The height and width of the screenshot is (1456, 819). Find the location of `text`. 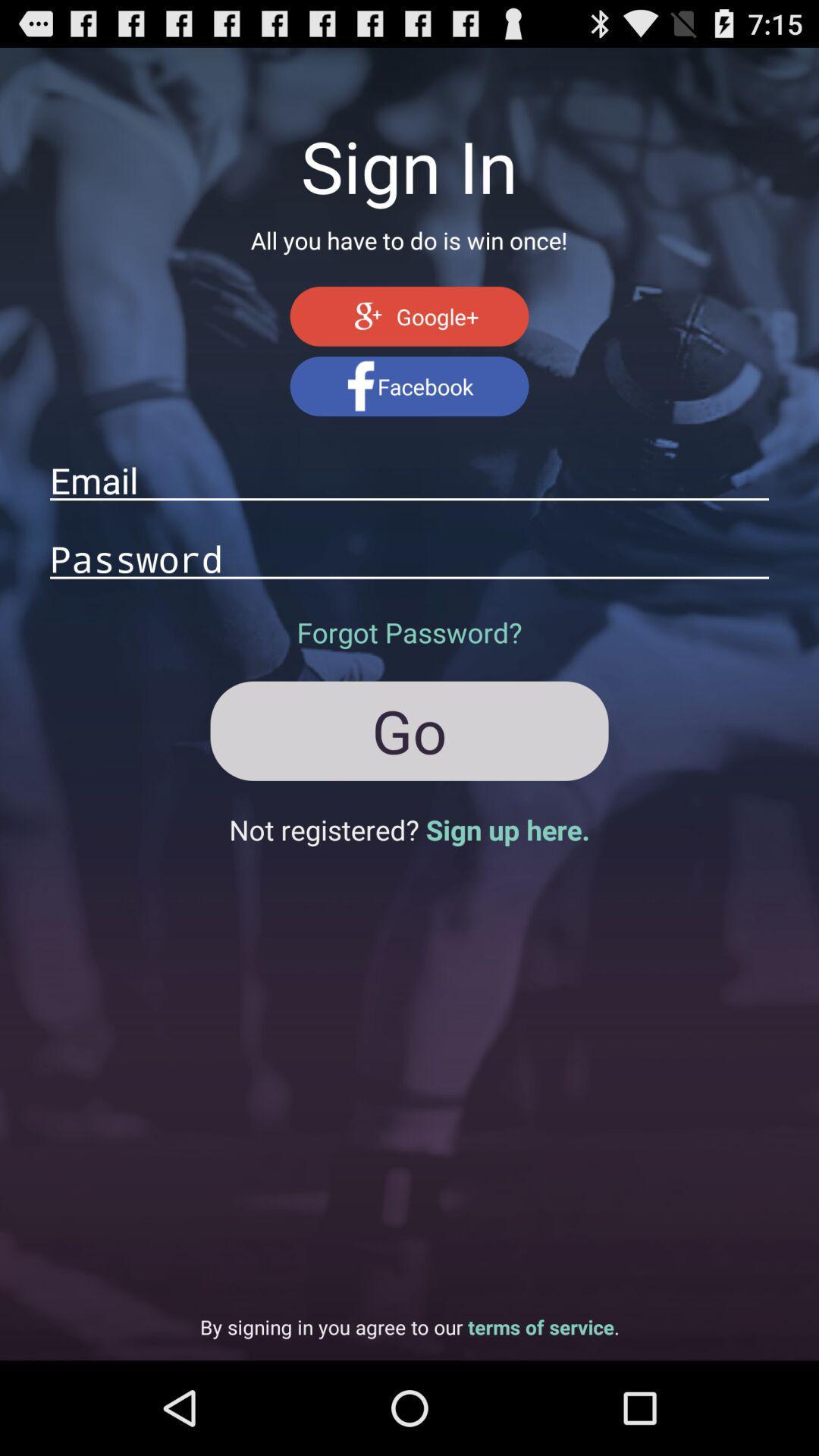

text is located at coordinates (409, 557).